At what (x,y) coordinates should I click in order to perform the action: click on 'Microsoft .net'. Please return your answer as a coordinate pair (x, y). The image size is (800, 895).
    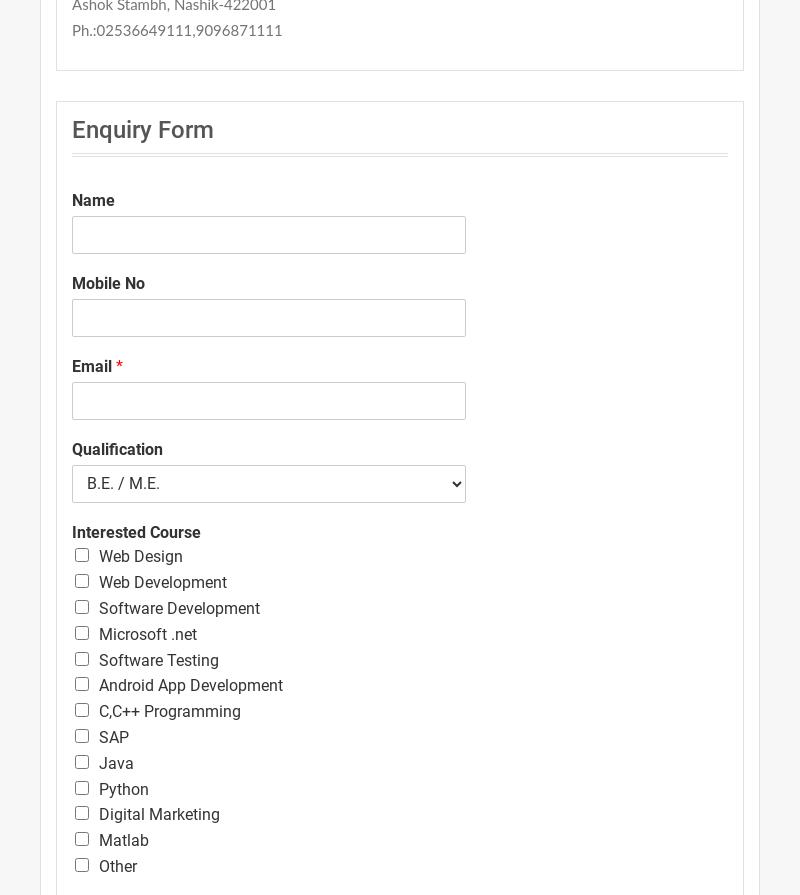
    Looking at the image, I should click on (148, 632).